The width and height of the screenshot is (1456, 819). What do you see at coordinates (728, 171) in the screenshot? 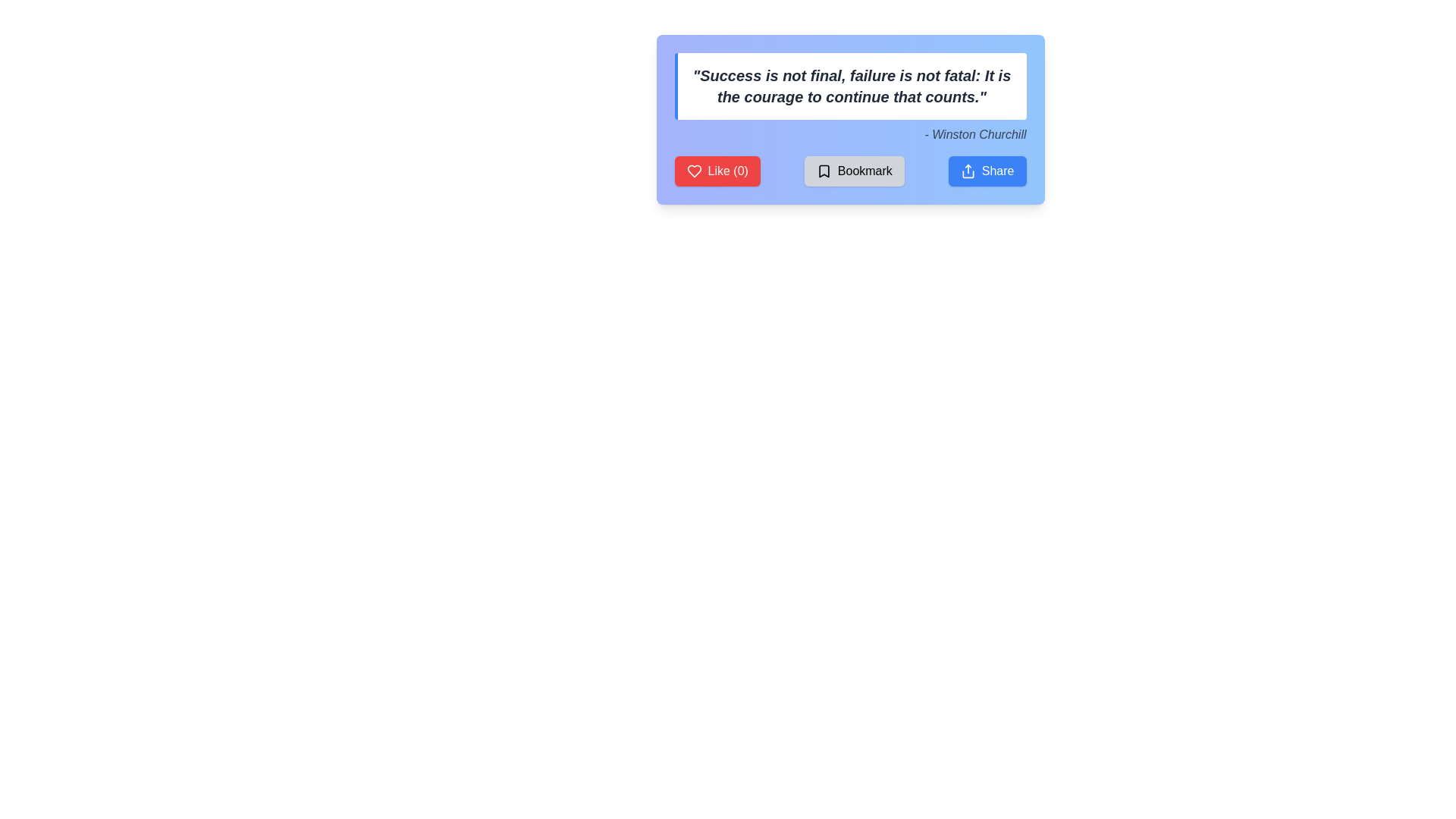
I see `the text label indicating the total count of likes (currently 0)` at bounding box center [728, 171].